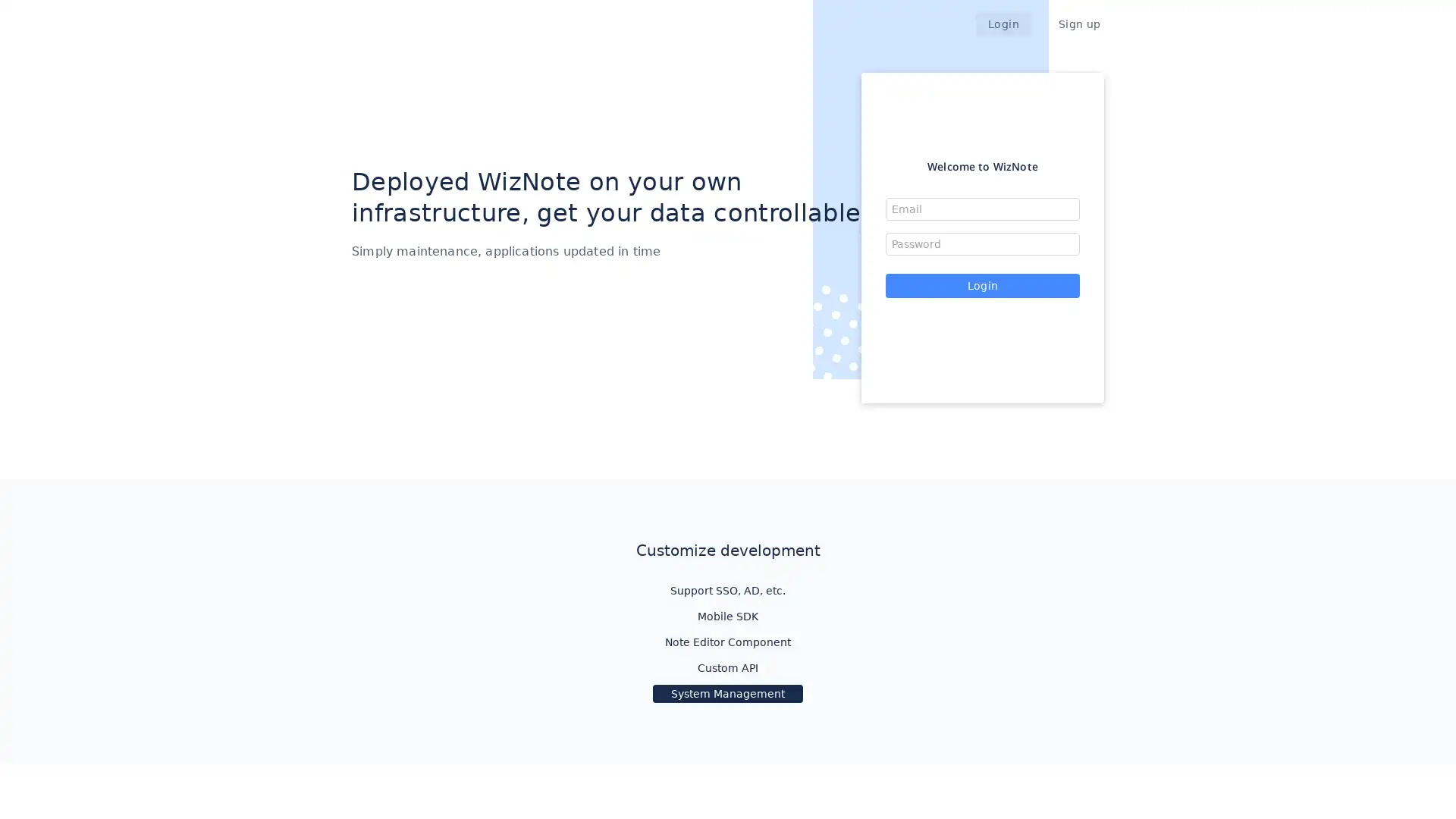  What do you see at coordinates (1004, 24) in the screenshot?
I see `Login` at bounding box center [1004, 24].